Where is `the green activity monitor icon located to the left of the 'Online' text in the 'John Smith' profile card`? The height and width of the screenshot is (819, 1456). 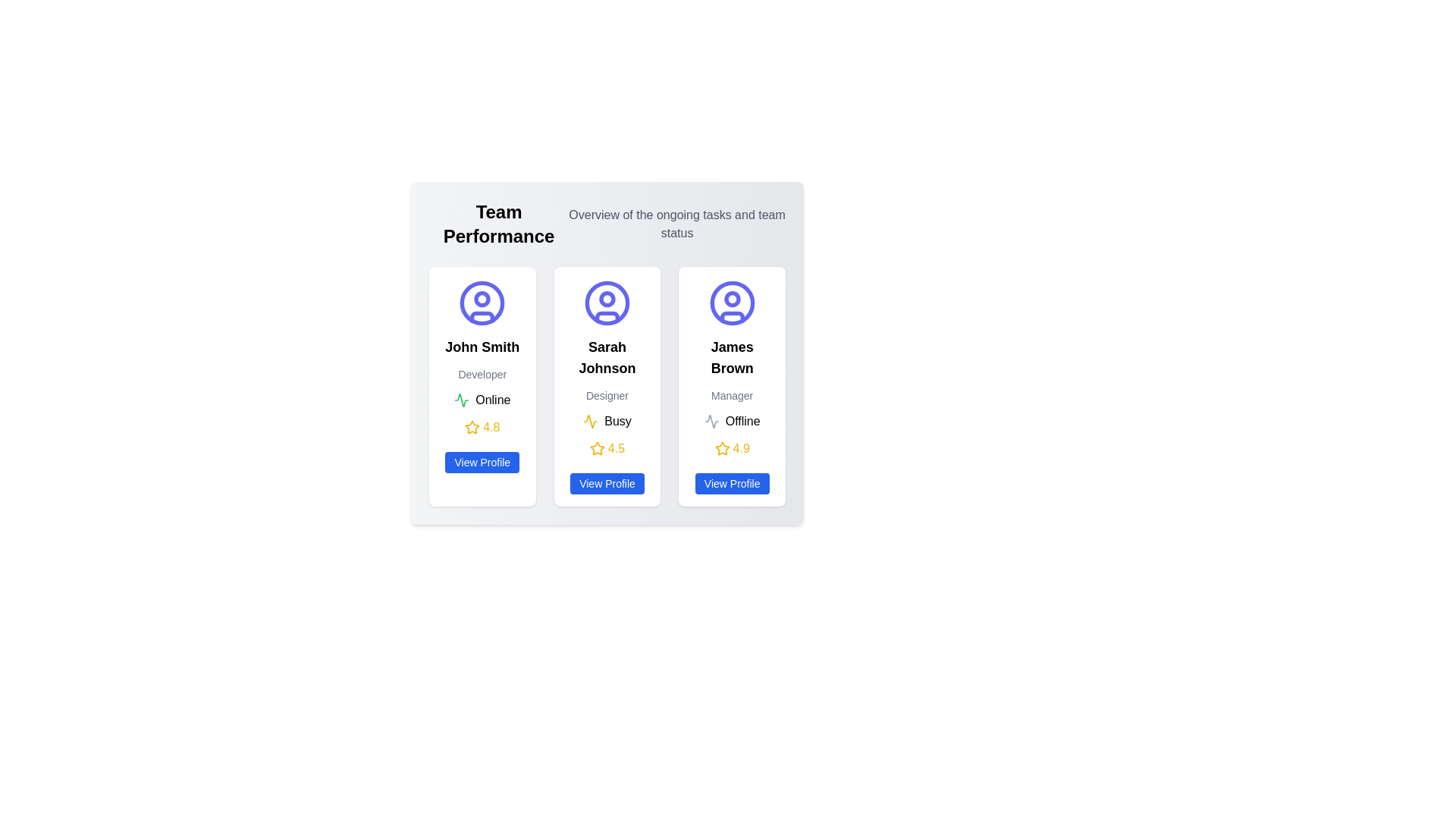
the green activity monitor icon located to the left of the 'Online' text in the 'John Smith' profile card is located at coordinates (461, 400).